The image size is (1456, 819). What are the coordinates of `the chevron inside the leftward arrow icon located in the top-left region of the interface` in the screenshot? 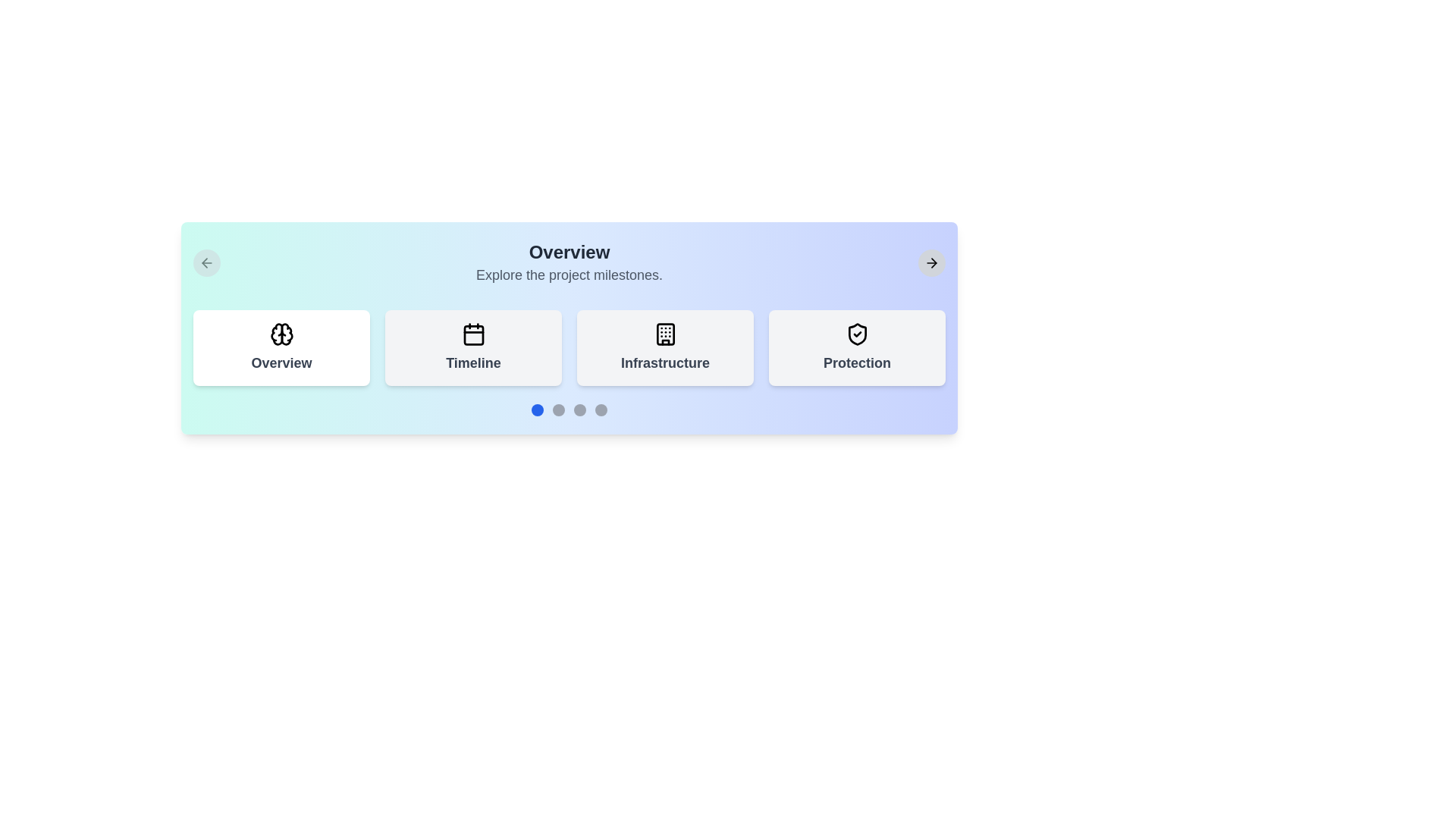 It's located at (204, 262).